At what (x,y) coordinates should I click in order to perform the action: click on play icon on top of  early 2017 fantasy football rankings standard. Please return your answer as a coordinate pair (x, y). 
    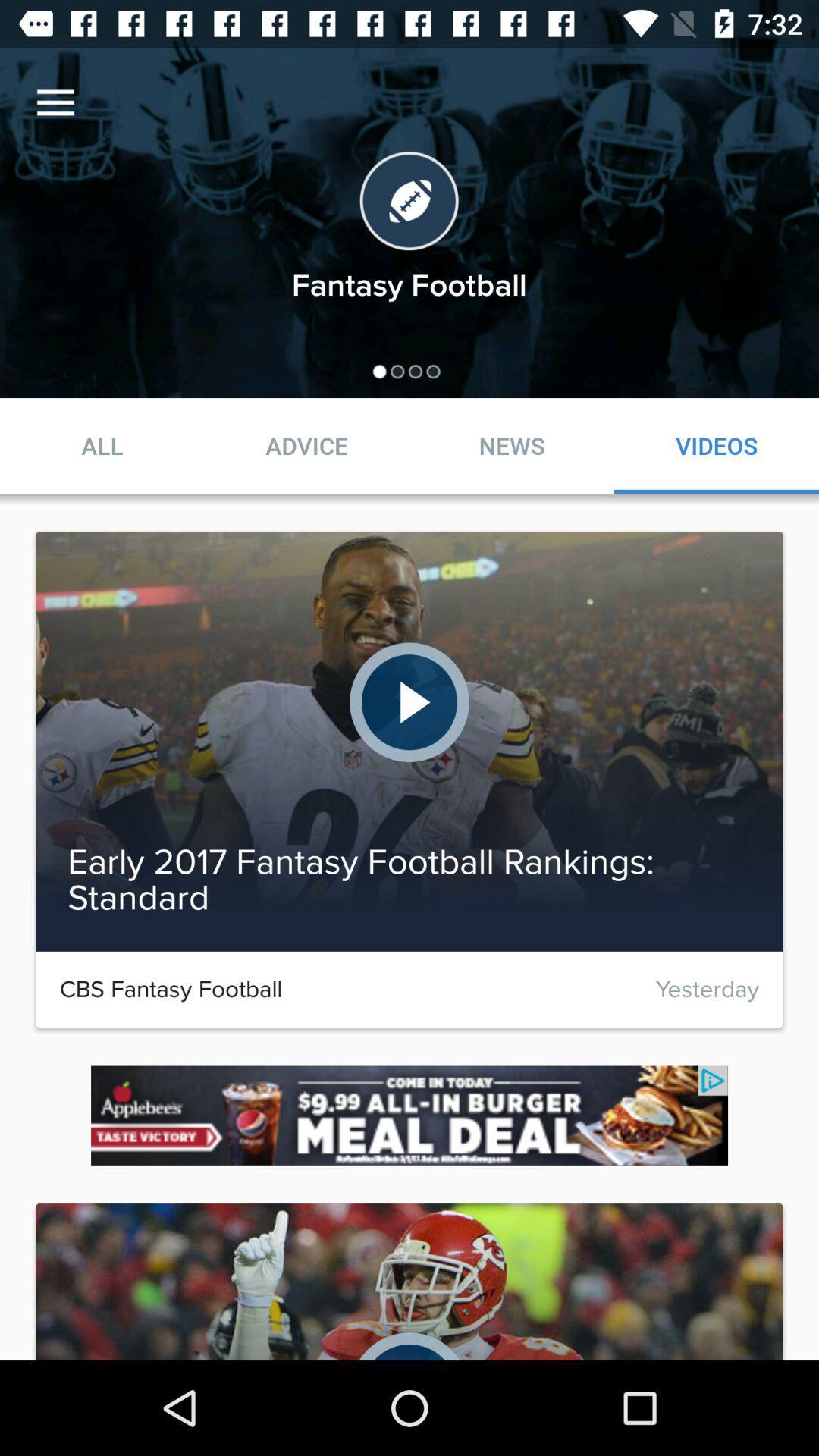
    Looking at the image, I should click on (409, 701).